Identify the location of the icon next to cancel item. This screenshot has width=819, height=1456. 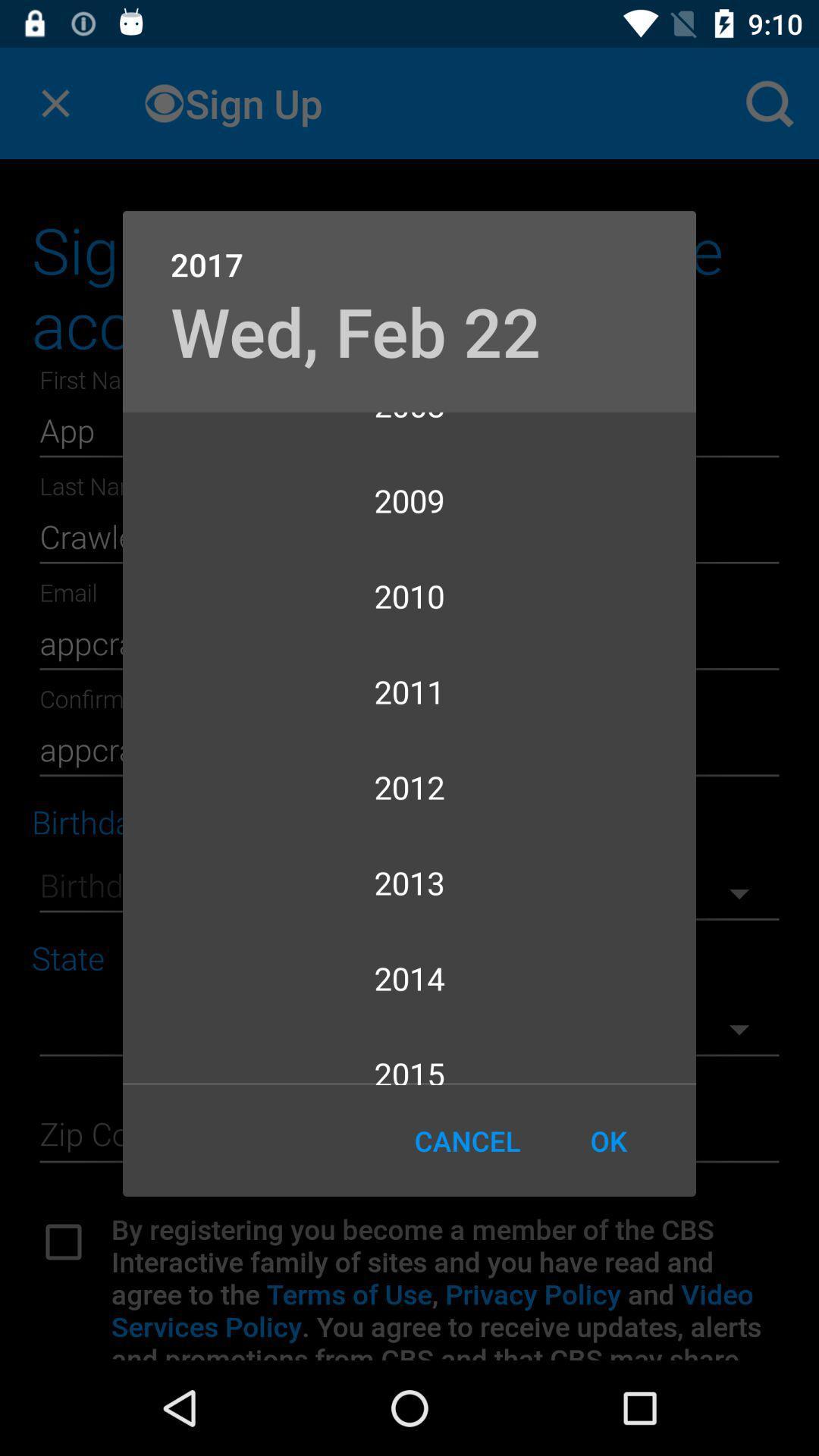
(607, 1141).